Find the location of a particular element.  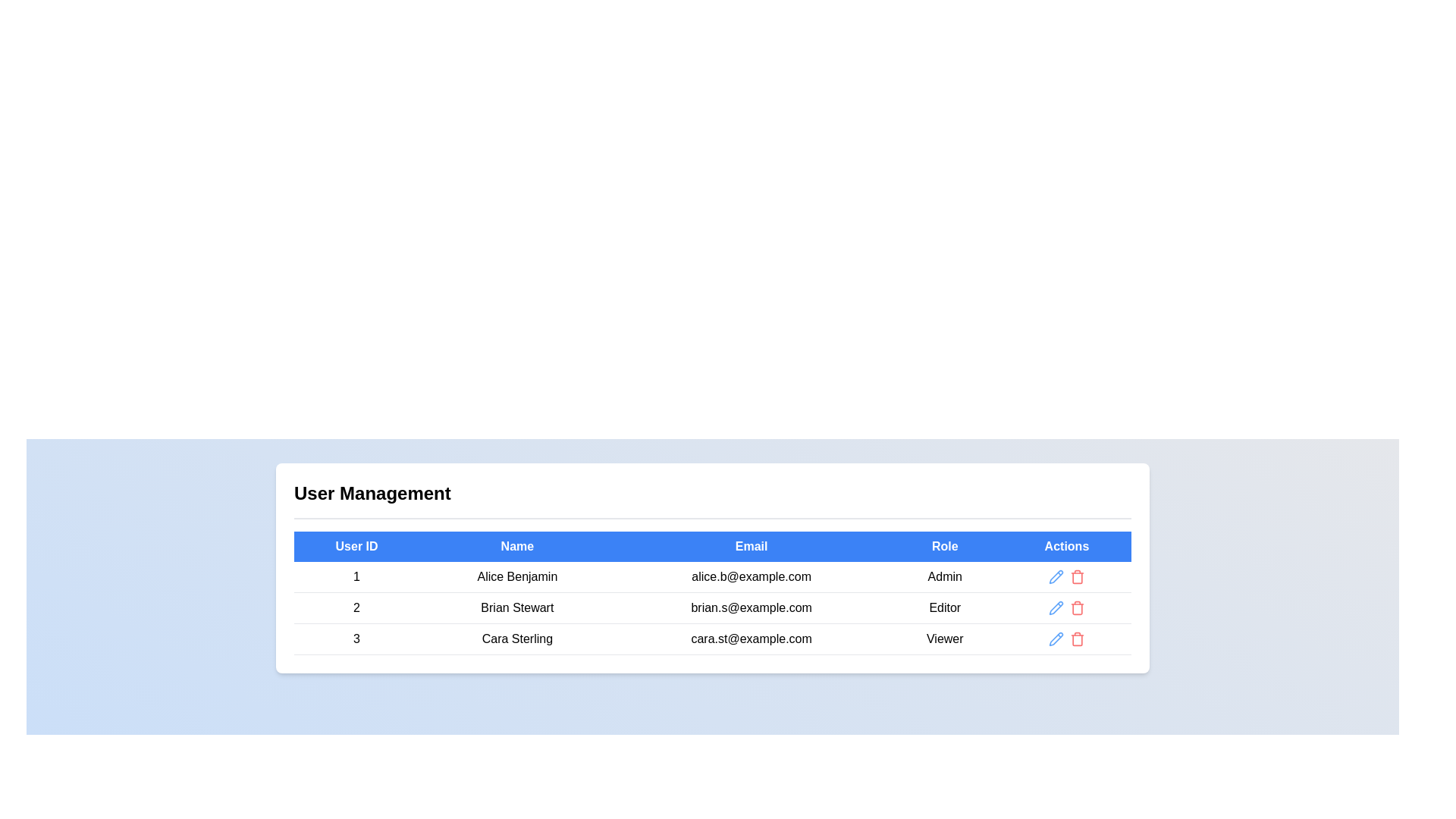

user details displayed in the last row of the table, which includes the user's ID, name, email, and role, as well as action buttons for editing or deleting the user's information is located at coordinates (712, 639).